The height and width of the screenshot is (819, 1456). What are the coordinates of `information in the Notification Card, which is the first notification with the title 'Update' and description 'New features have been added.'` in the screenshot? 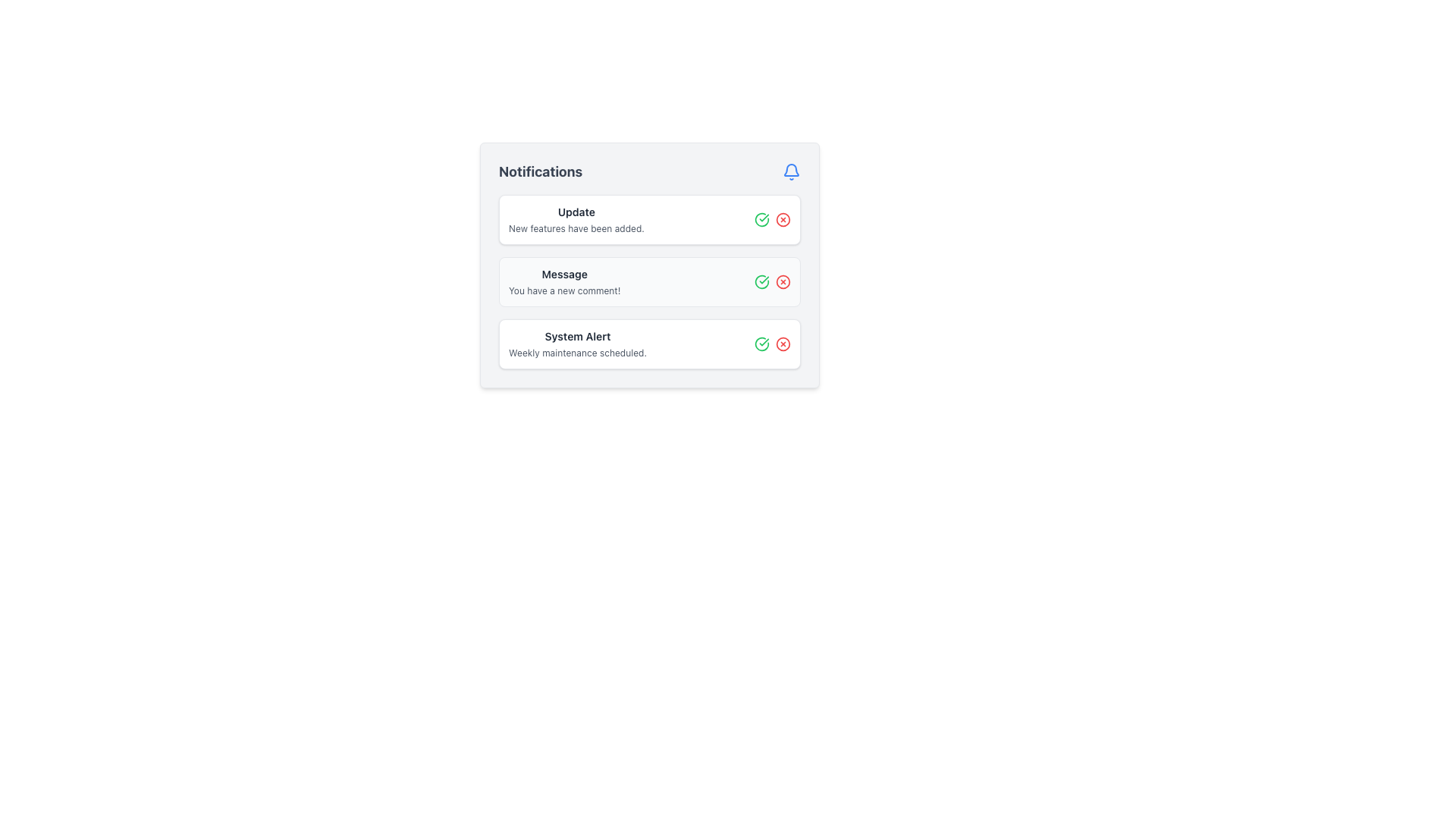 It's located at (650, 219).